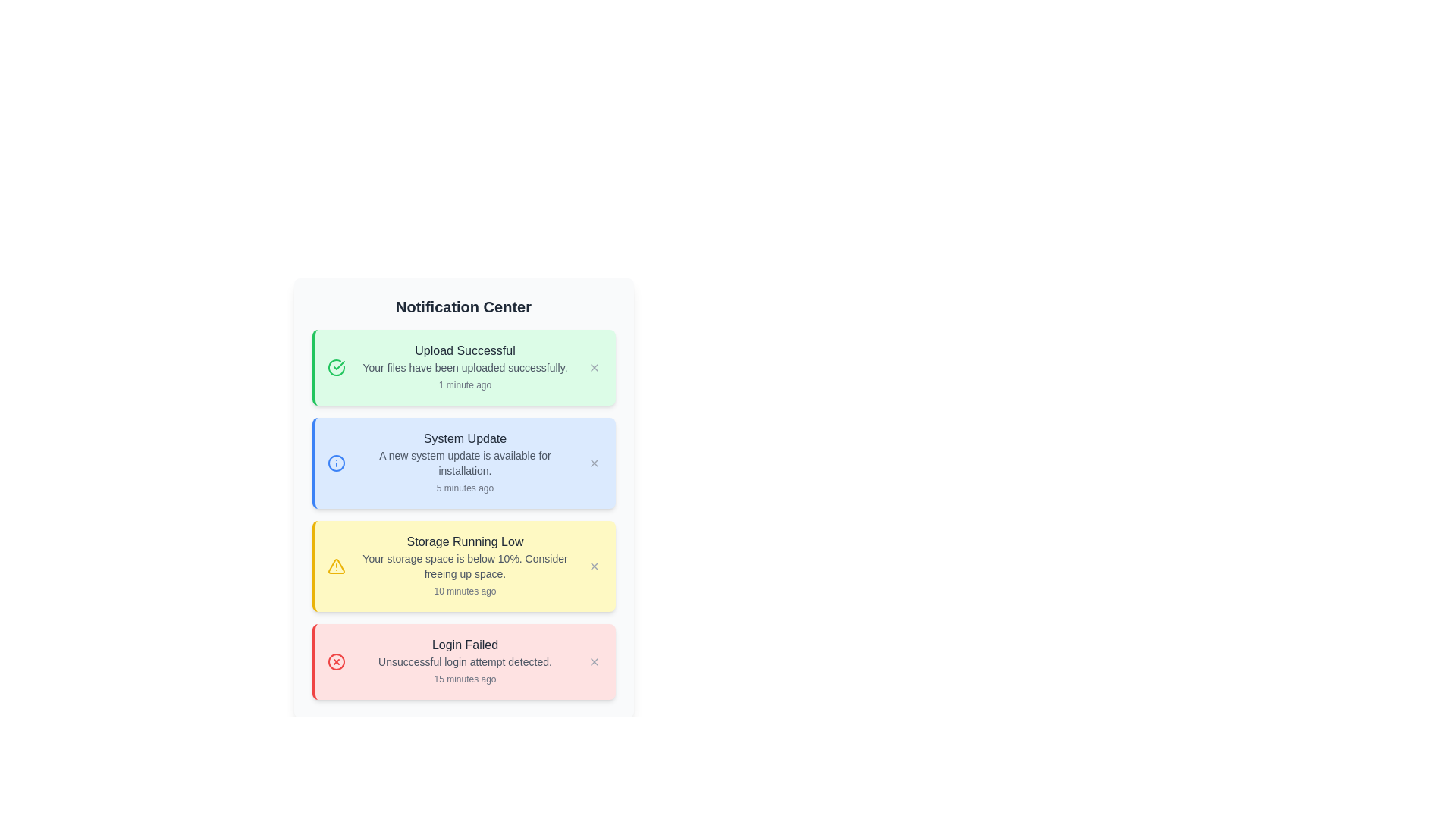 Image resolution: width=1456 pixels, height=819 pixels. I want to click on the 'Login Failed' text label, which is displayed in a medium-weight font with dark gray color (#4A5568) and is part of a notification card with a light red background, so click(464, 645).